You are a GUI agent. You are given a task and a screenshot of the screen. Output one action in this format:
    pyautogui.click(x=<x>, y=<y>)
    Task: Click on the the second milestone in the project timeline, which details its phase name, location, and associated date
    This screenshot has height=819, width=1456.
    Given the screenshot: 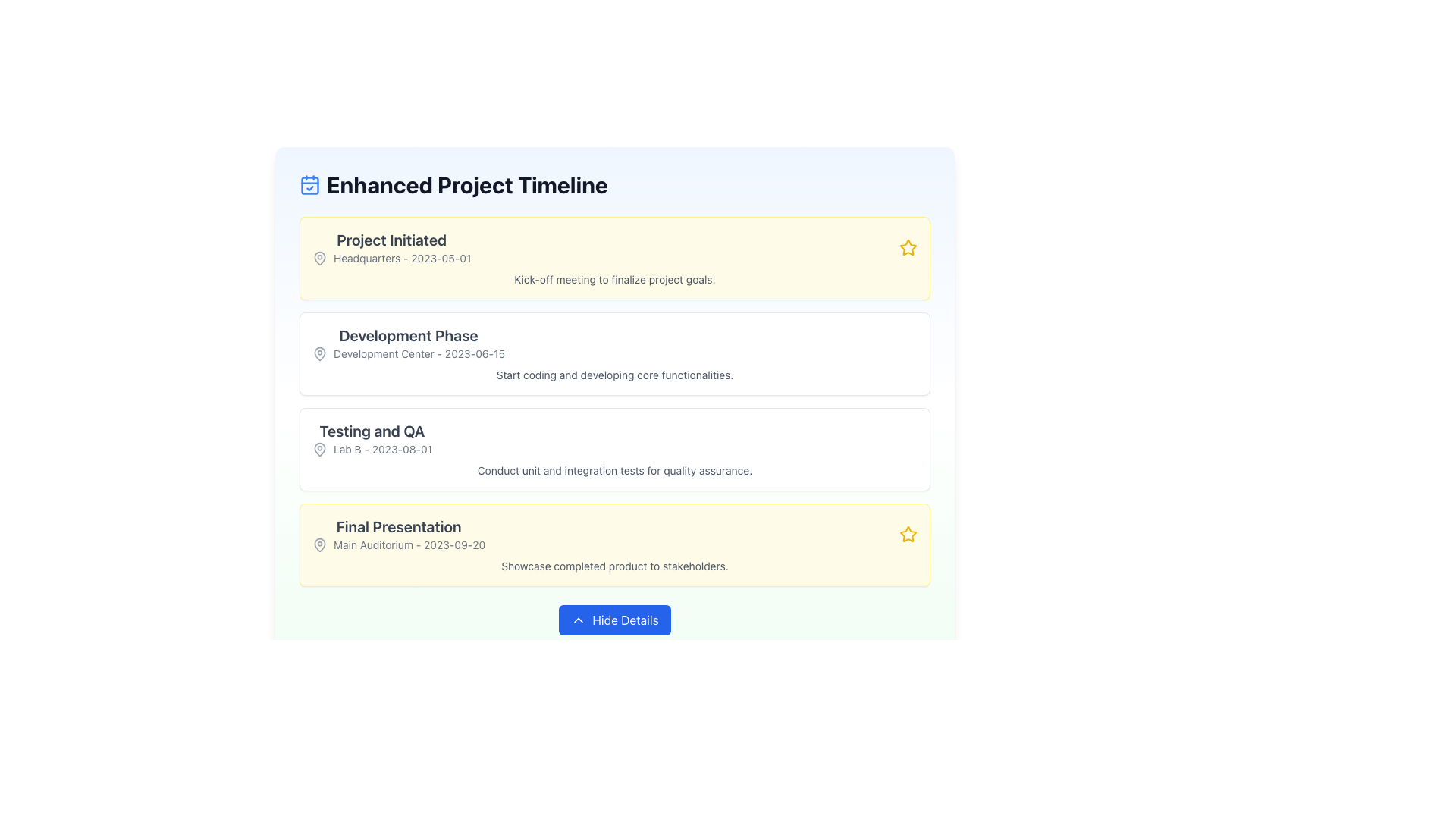 What is the action you would take?
    pyautogui.click(x=408, y=343)
    